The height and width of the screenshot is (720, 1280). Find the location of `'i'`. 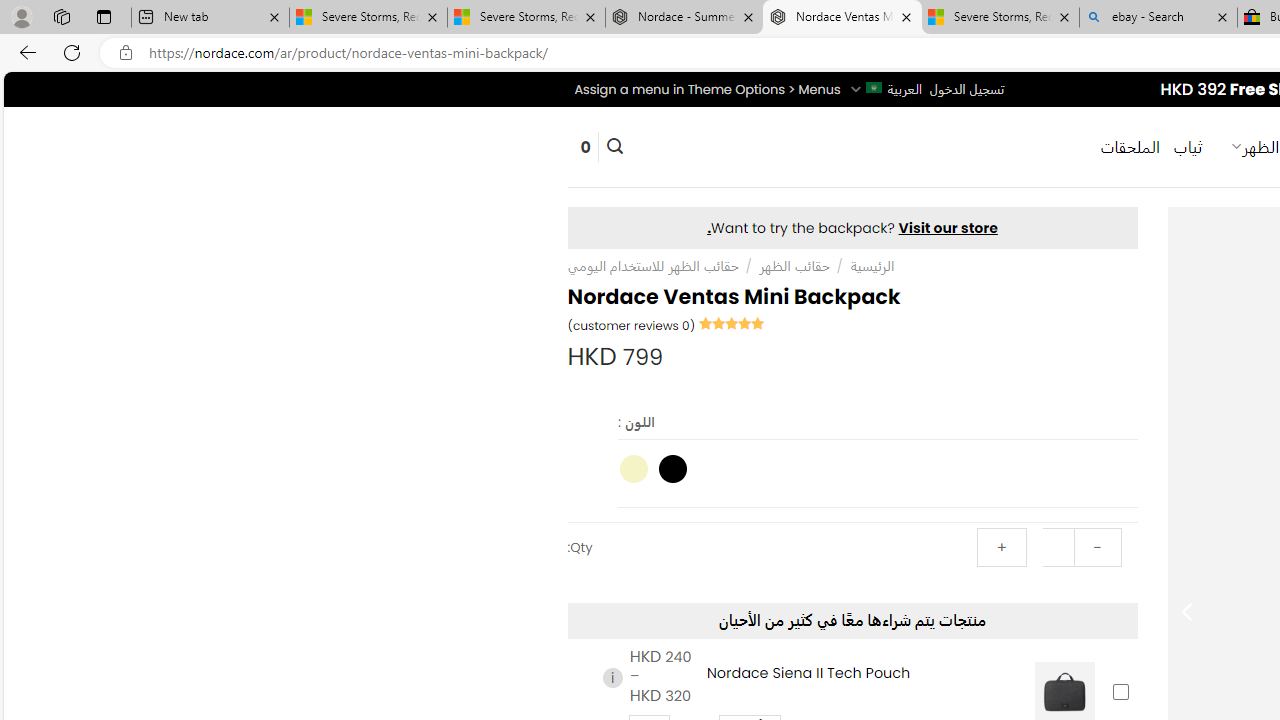

'i' is located at coordinates (611, 676).